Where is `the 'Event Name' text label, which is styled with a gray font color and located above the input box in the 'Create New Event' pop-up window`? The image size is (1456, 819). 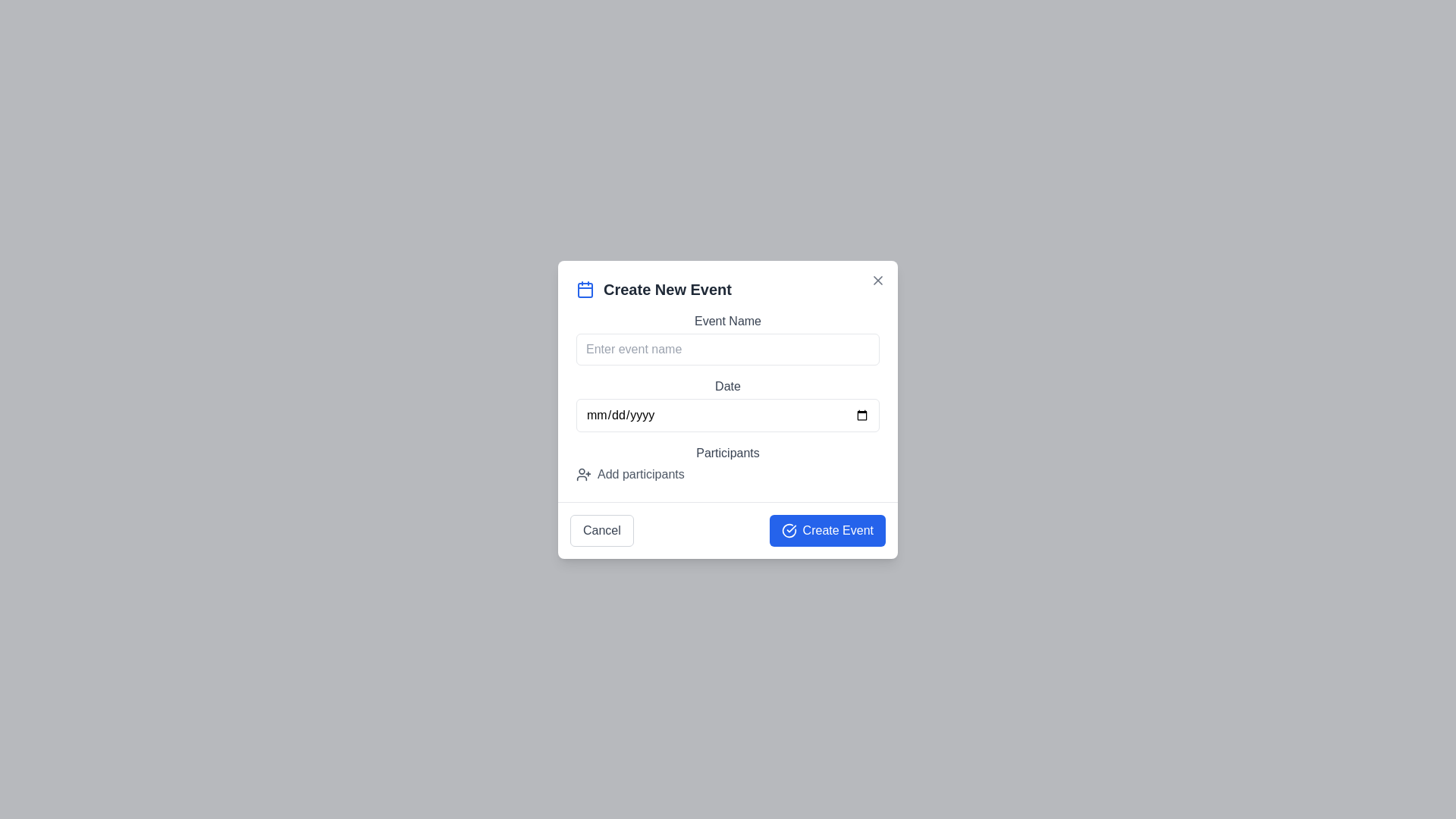
the 'Event Name' text label, which is styled with a gray font color and located above the input box in the 'Create New Event' pop-up window is located at coordinates (728, 320).